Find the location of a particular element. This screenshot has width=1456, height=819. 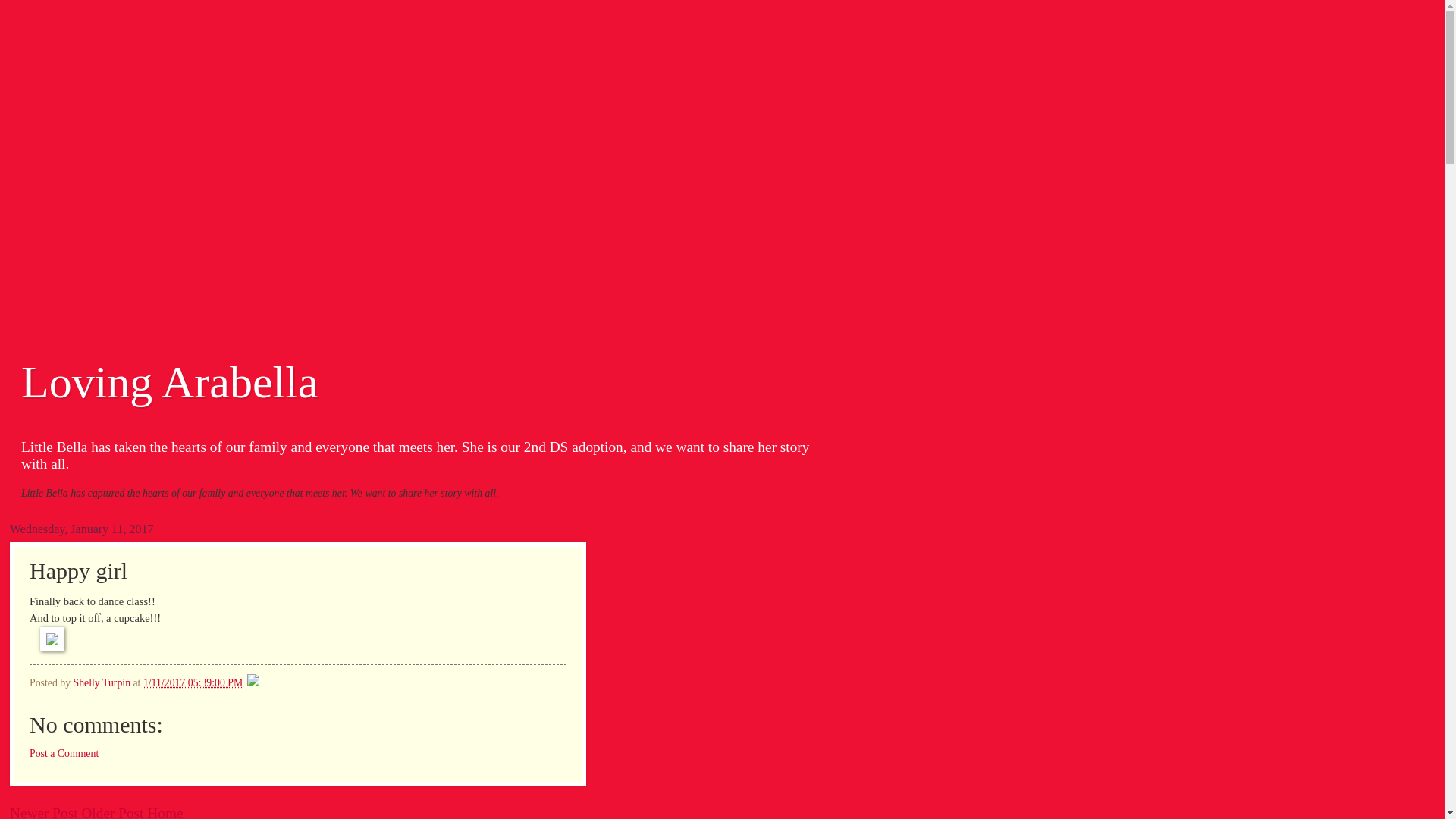

'1/11/2017 05:39:00 PM' is located at coordinates (143, 682).